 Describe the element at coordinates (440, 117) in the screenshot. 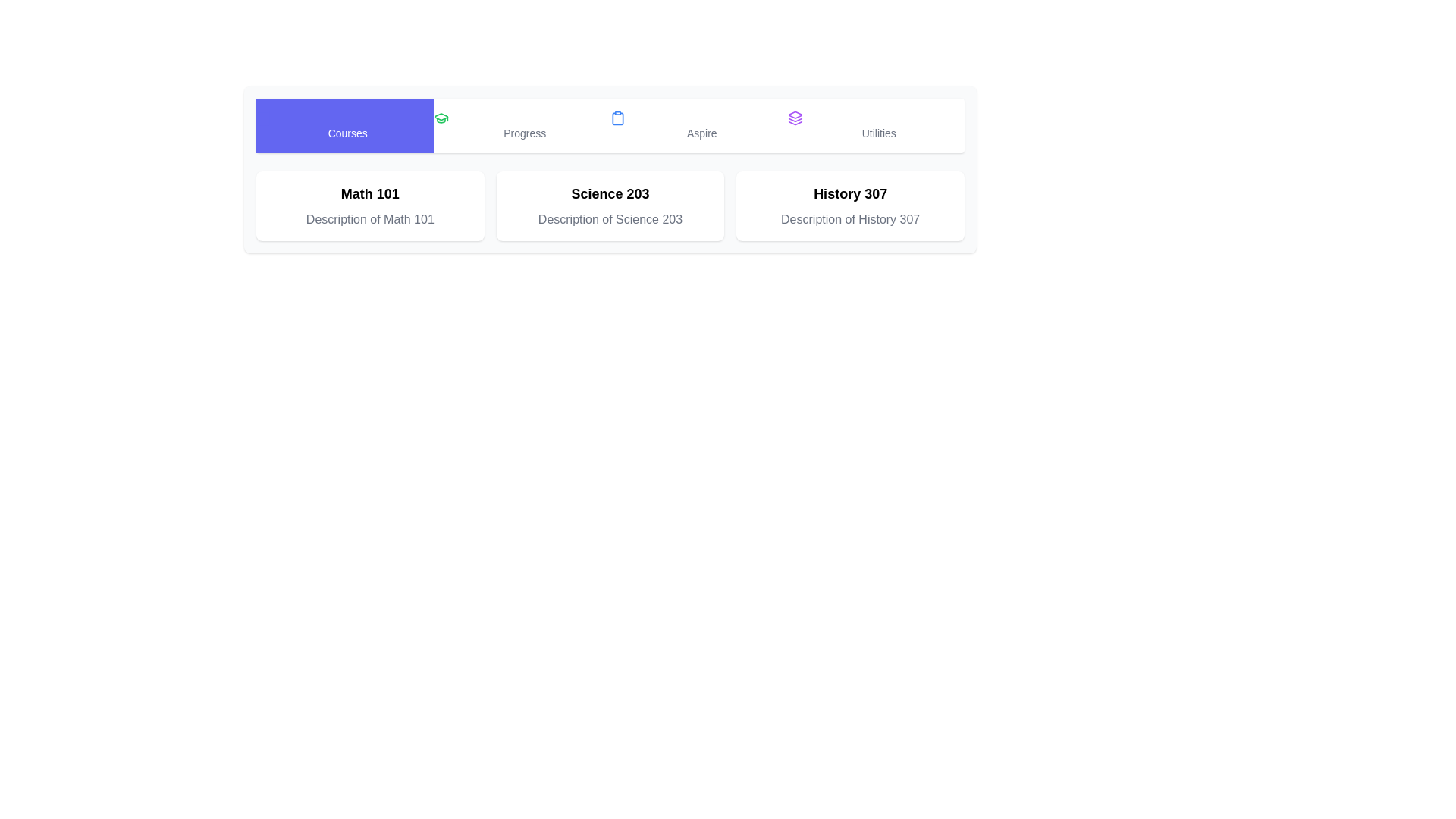

I see `the green graduation cap icon in the navigation menu` at that location.